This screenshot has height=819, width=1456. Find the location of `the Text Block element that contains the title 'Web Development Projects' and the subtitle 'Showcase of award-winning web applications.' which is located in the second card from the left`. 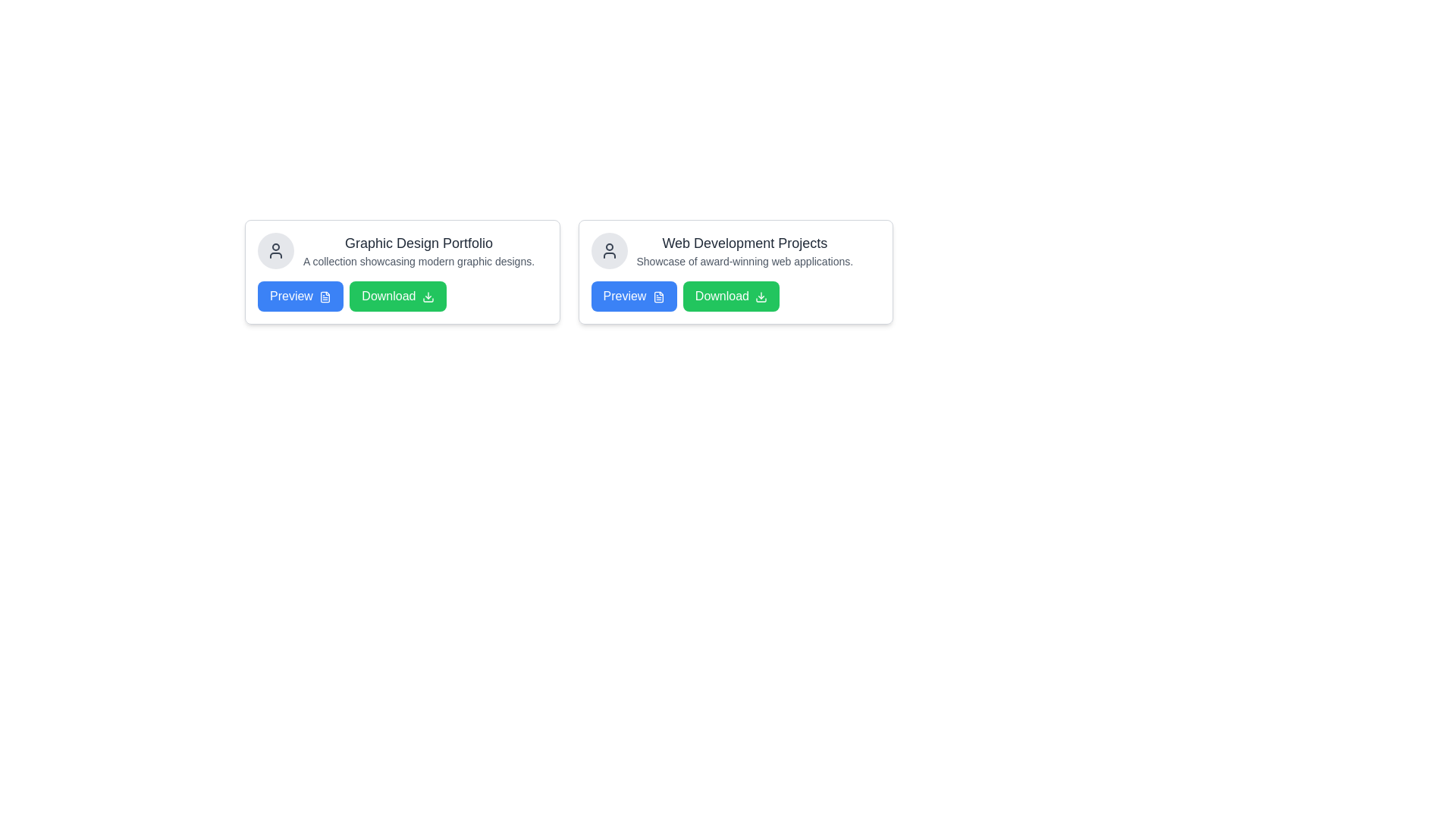

the Text Block element that contains the title 'Web Development Projects' and the subtitle 'Showcase of award-winning web applications.' which is located in the second card from the left is located at coordinates (745, 250).